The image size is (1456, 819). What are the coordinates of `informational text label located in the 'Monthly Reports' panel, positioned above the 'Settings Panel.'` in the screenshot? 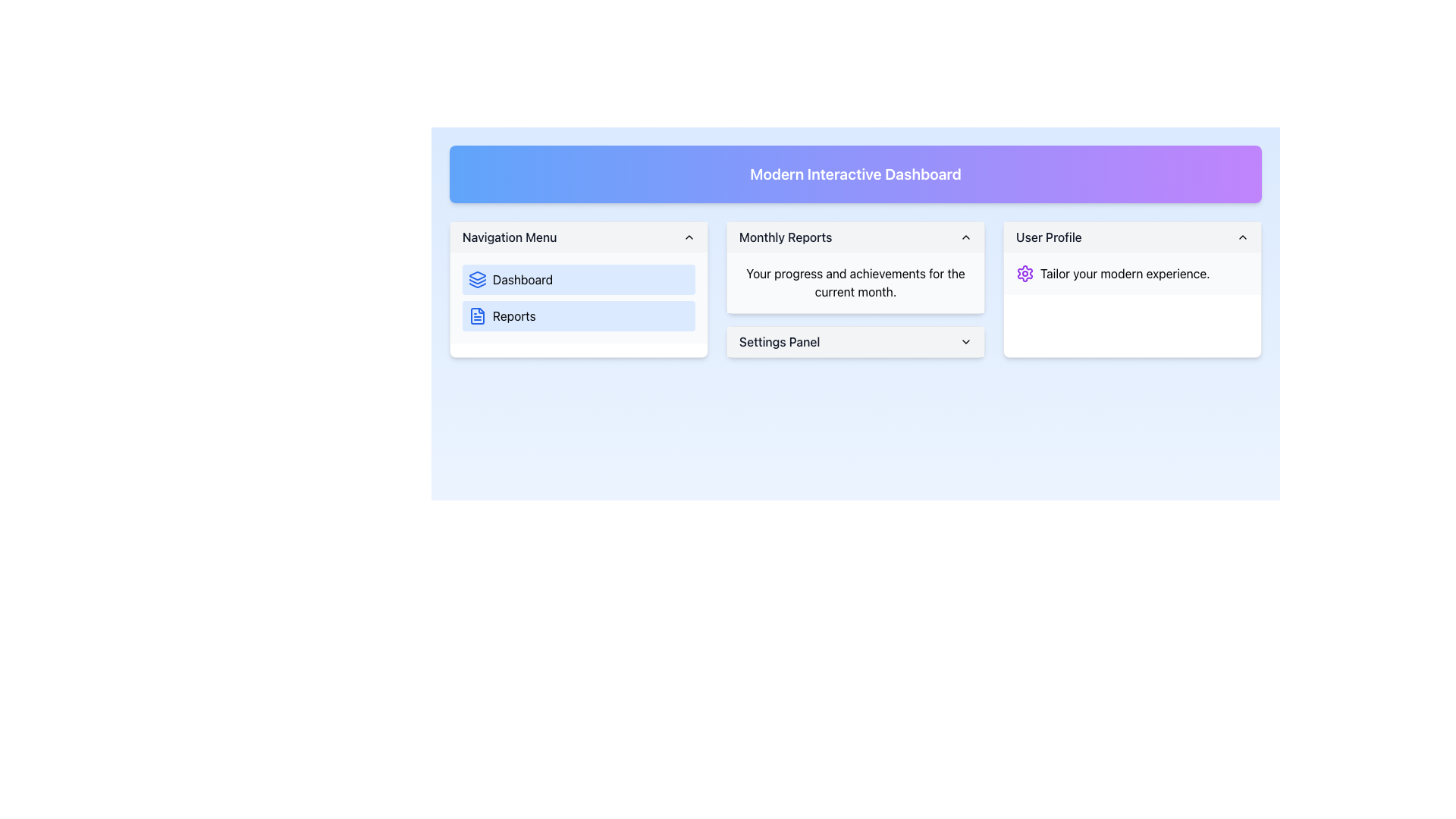 It's located at (855, 283).